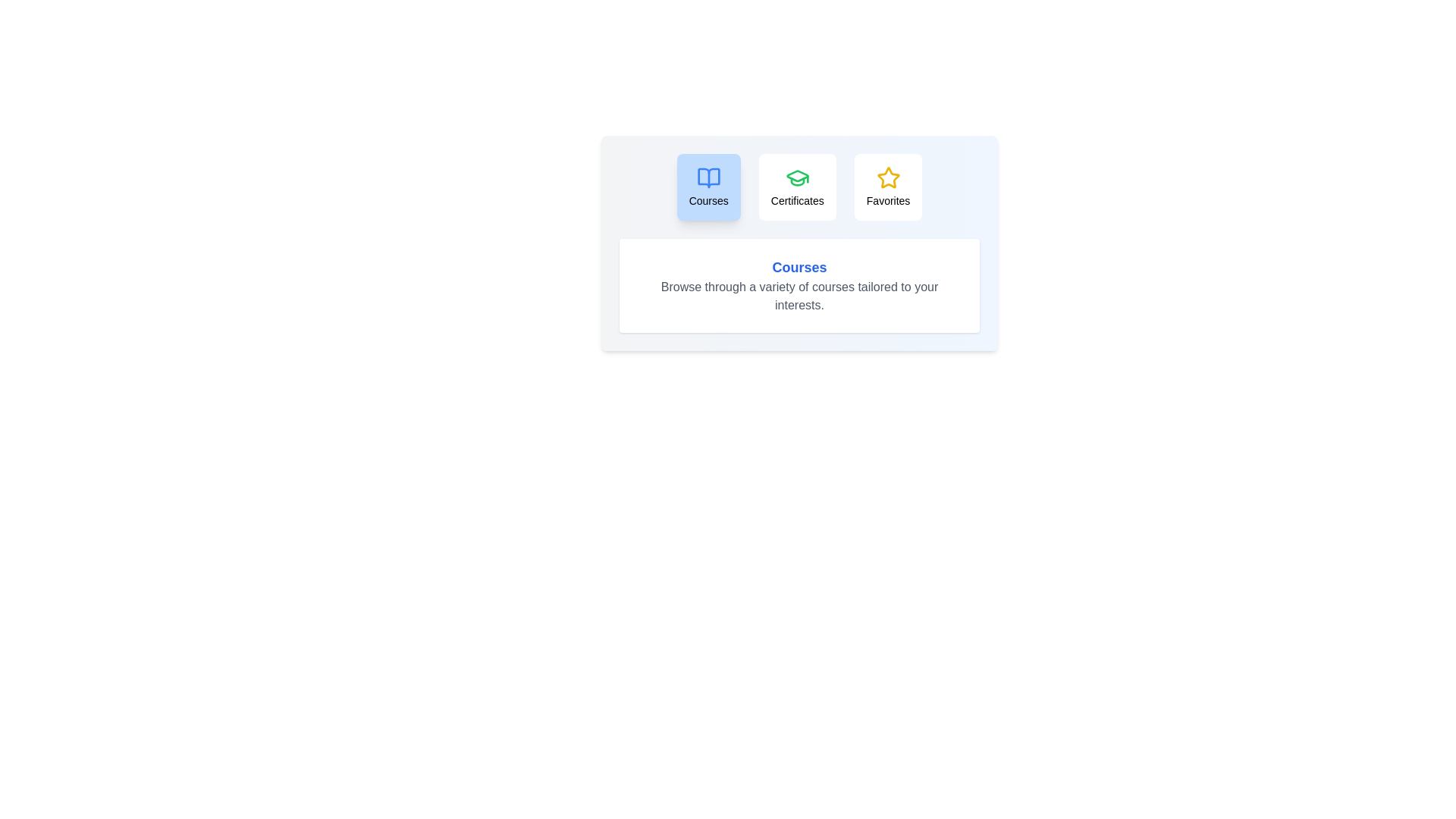 The height and width of the screenshot is (819, 1456). What do you see at coordinates (796, 186) in the screenshot?
I see `the tab labeled Certificates` at bounding box center [796, 186].